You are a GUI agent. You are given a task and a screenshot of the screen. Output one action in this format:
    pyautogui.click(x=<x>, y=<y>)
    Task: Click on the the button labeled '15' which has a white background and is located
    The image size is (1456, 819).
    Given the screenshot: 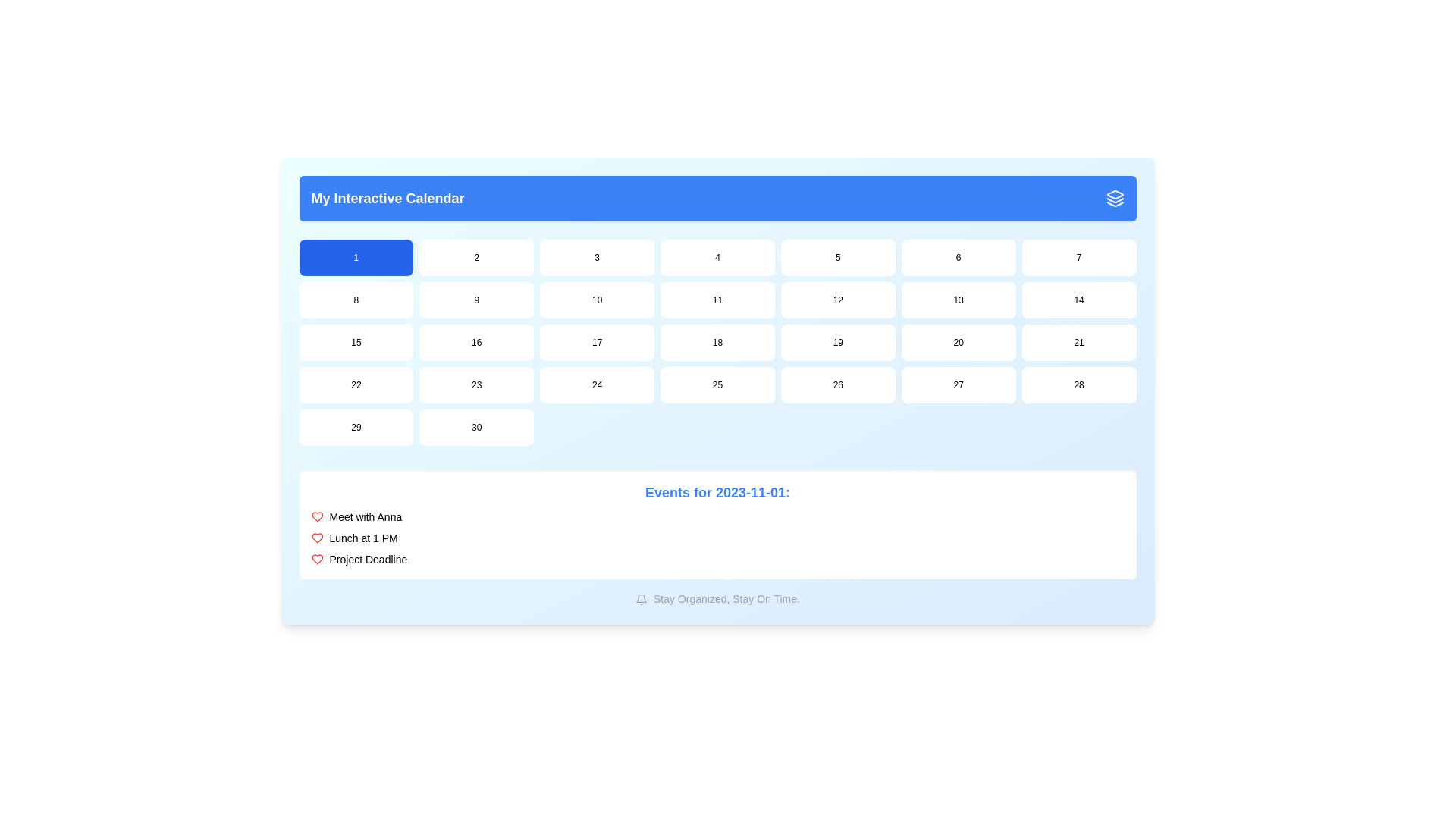 What is the action you would take?
    pyautogui.click(x=355, y=342)
    